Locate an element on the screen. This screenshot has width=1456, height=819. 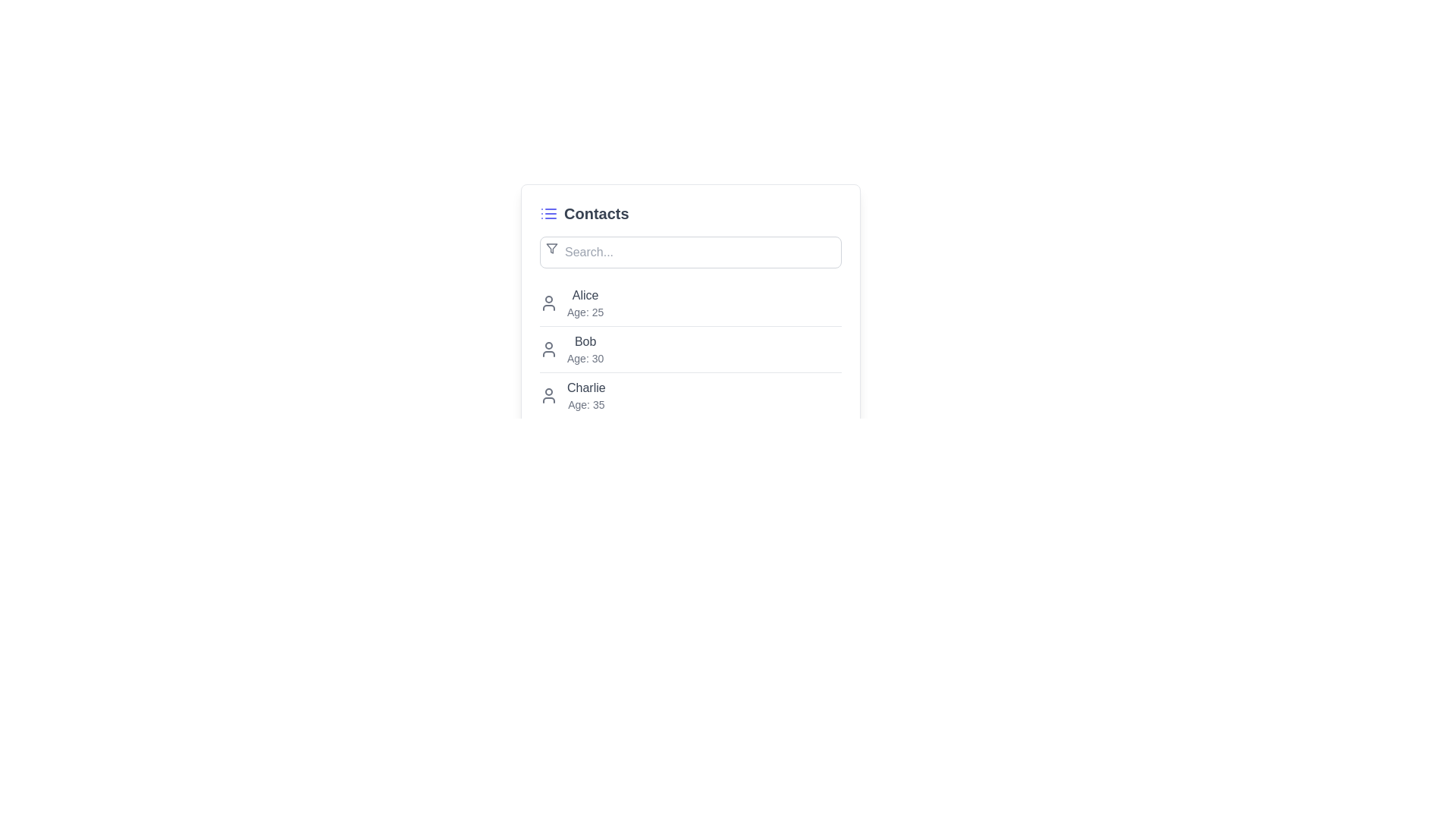
the filter icon, represented as a minimalistic funnel symbol, located in the top-left corner above the search bar in the contacts interface is located at coordinates (551, 247).